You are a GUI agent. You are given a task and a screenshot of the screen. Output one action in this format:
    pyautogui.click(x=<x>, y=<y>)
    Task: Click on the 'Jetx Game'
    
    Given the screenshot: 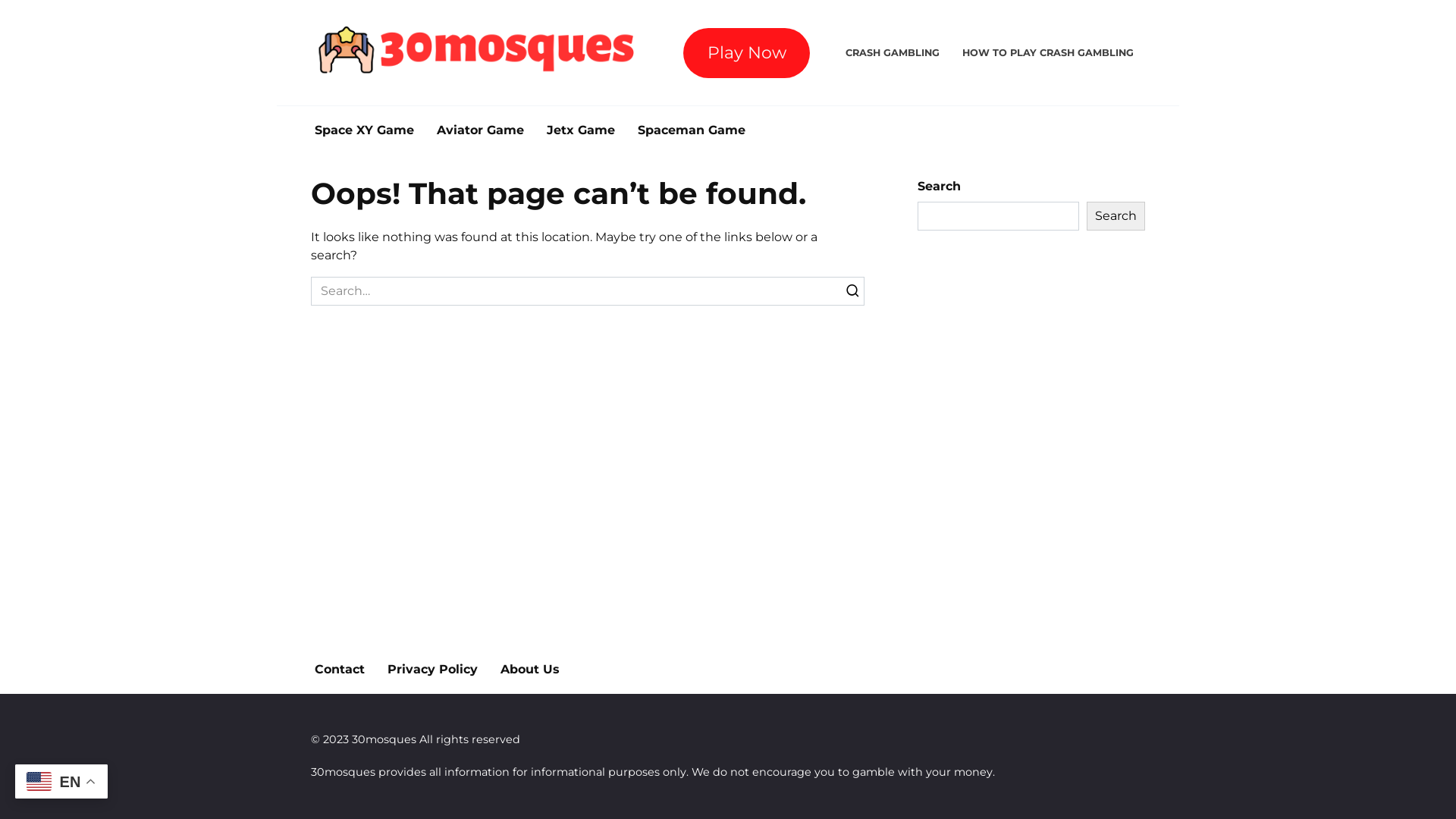 What is the action you would take?
    pyautogui.click(x=580, y=130)
    